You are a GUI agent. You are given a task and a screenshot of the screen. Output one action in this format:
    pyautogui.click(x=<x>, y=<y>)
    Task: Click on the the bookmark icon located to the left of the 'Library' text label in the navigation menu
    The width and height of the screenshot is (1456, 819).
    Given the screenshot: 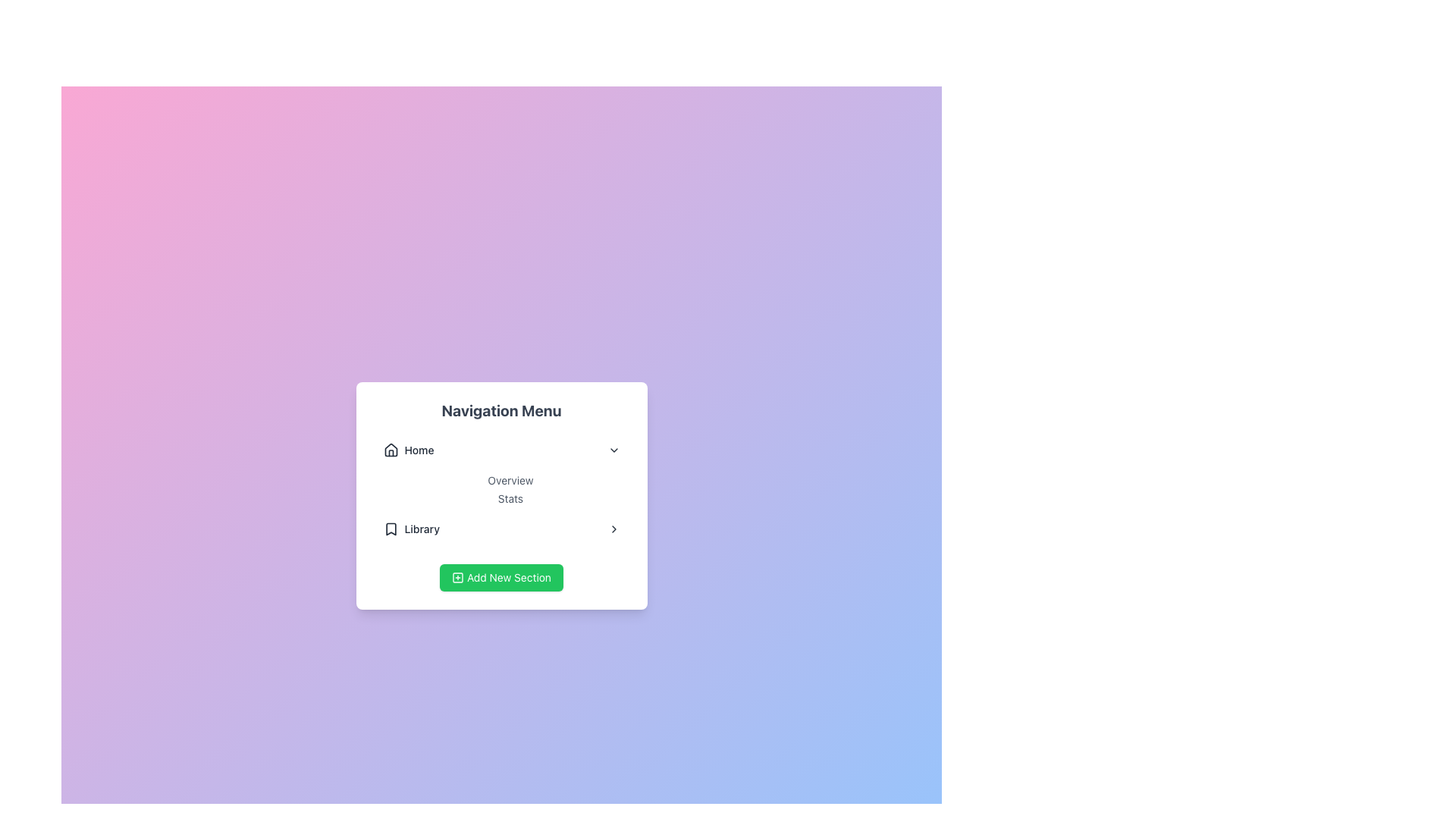 What is the action you would take?
    pyautogui.click(x=391, y=529)
    